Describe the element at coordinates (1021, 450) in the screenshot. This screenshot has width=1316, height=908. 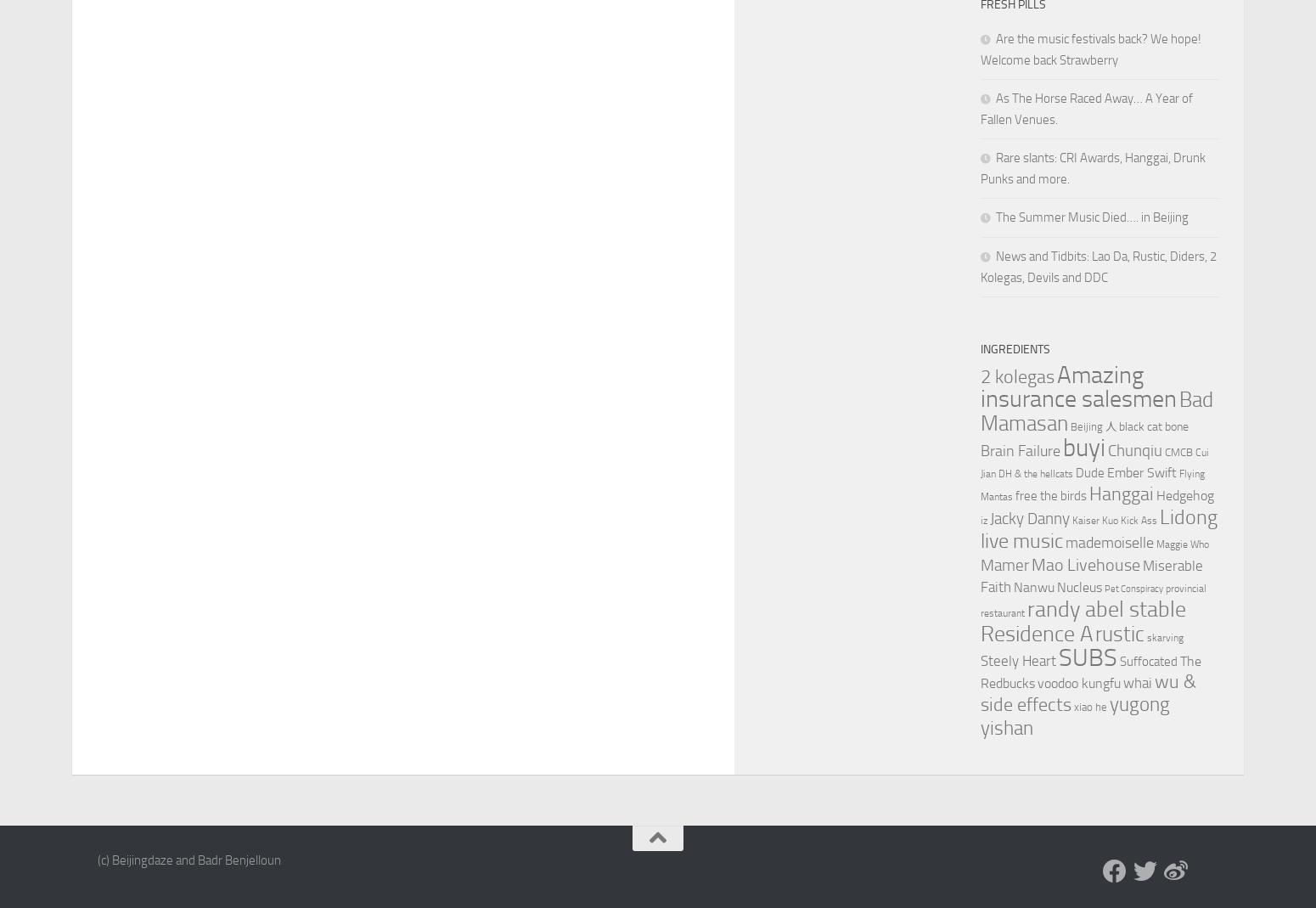
I see `'Brain Failure'` at that location.